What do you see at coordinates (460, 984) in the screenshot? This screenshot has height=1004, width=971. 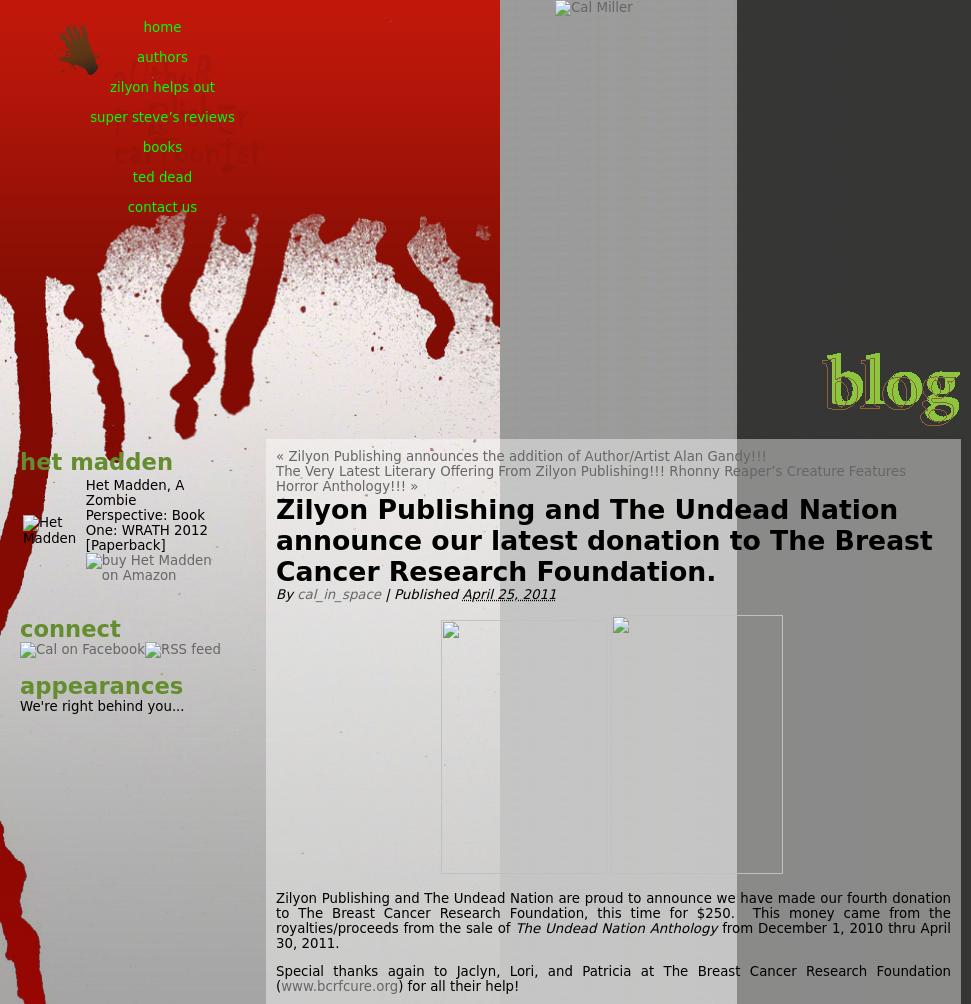 I see `') for all their help!'` at bounding box center [460, 984].